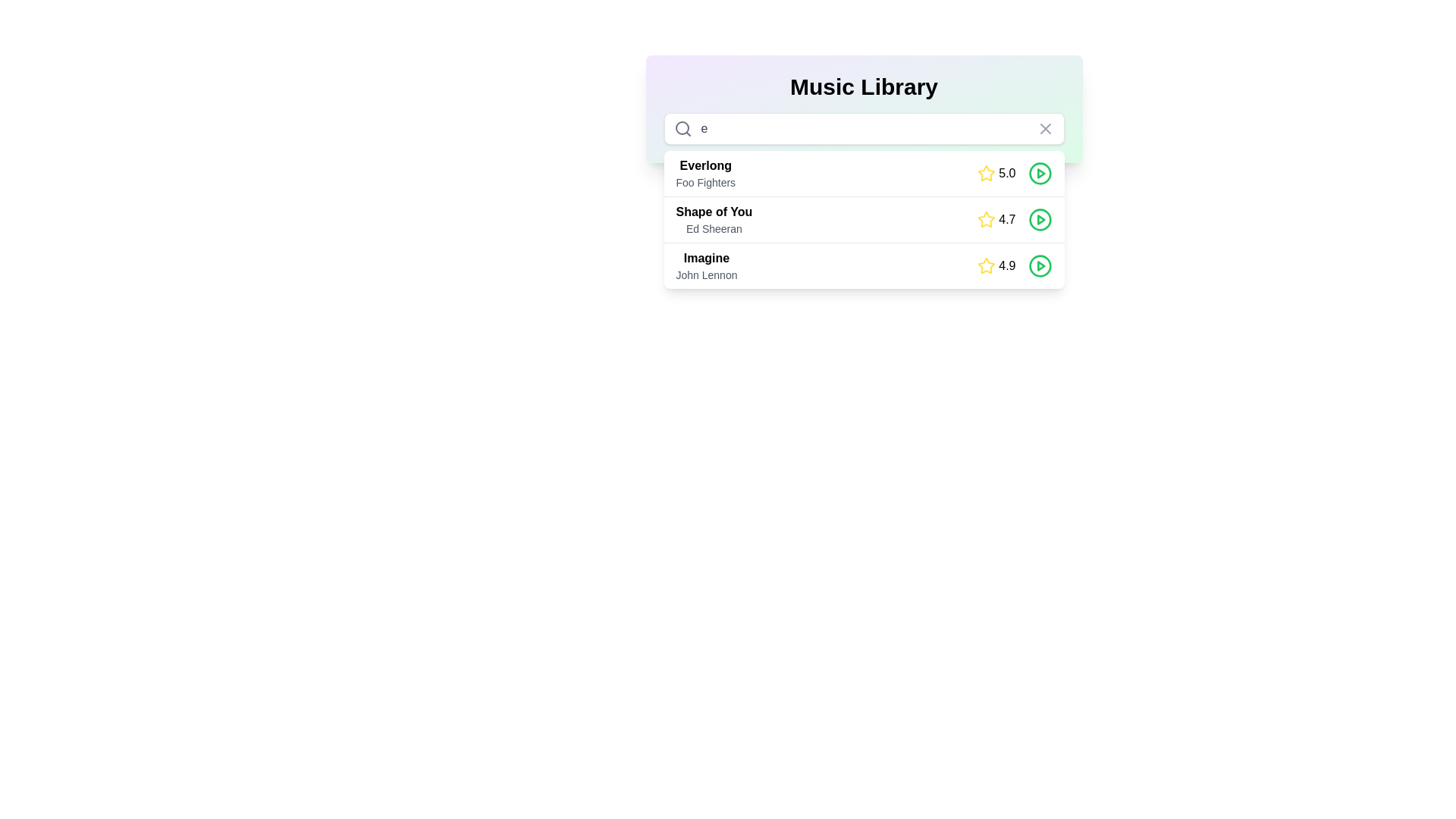 This screenshot has height=819, width=1456. Describe the element at coordinates (705, 265) in the screenshot. I see `the text display that shows the title and artist name of a song, located in the third row of the music library section` at that location.